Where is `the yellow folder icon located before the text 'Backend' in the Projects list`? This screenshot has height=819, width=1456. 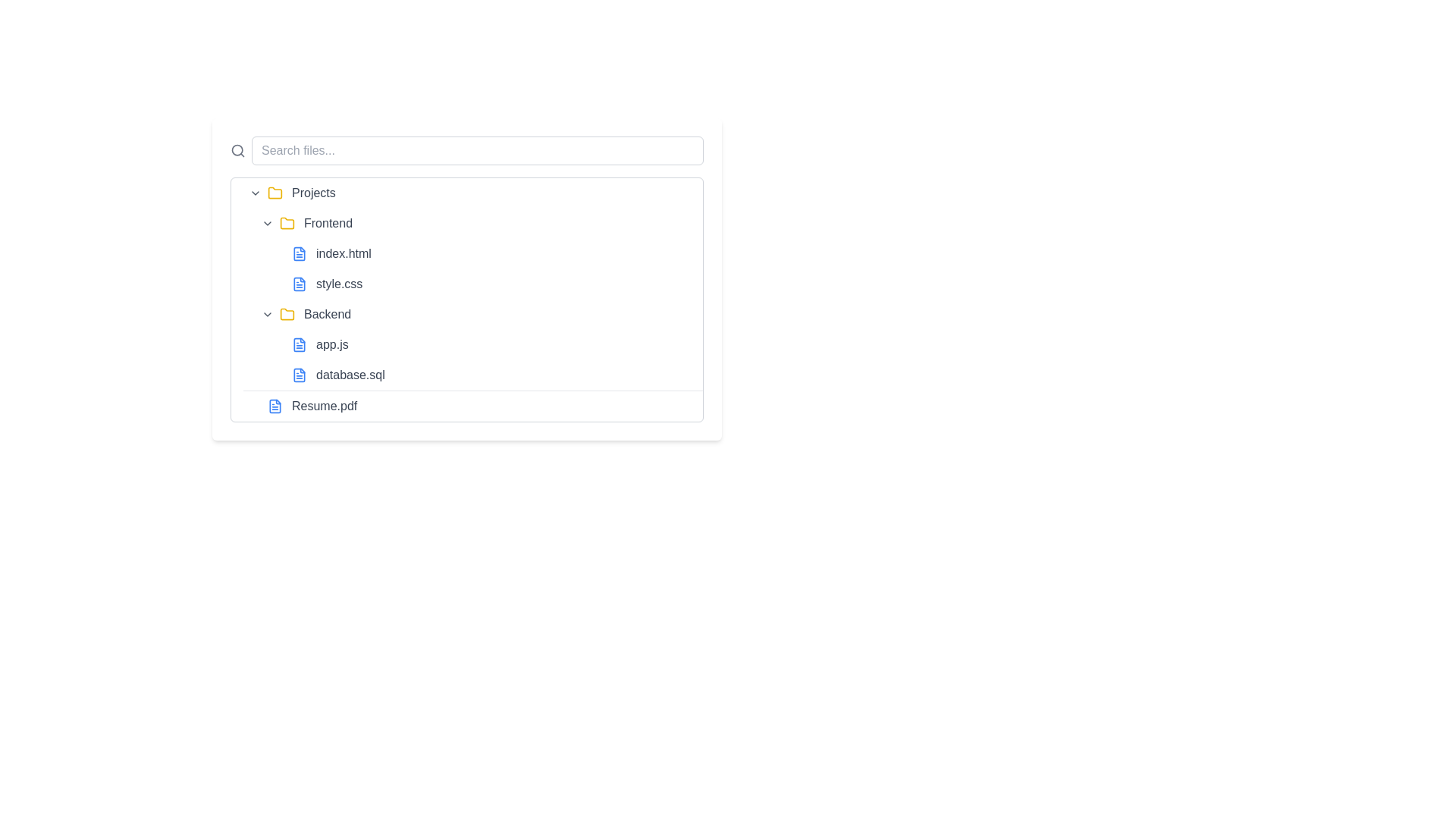 the yellow folder icon located before the text 'Backend' in the Projects list is located at coordinates (287, 312).